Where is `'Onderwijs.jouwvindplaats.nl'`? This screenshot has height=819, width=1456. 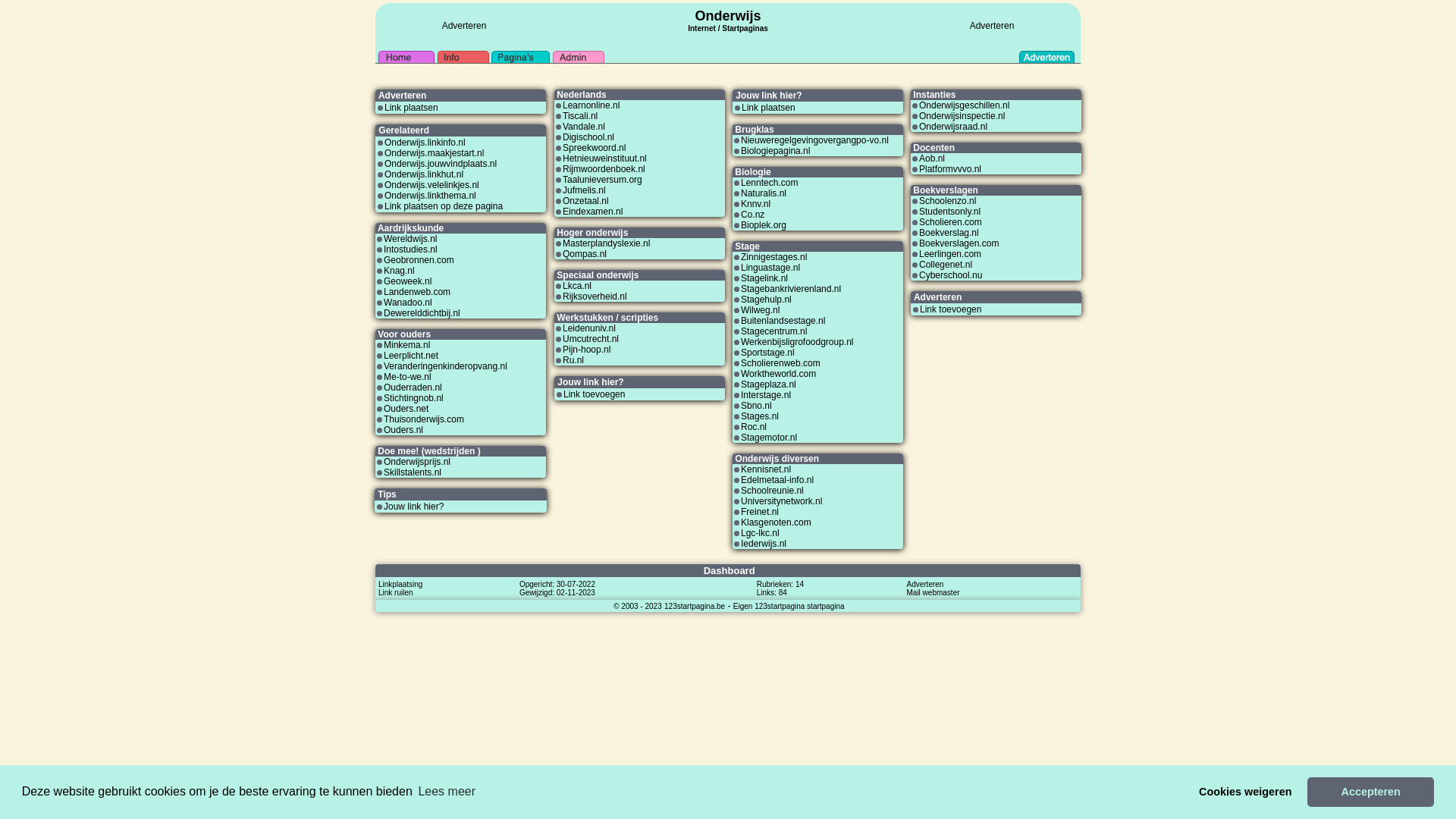 'Onderwijs.jouwvindplaats.nl' is located at coordinates (439, 164).